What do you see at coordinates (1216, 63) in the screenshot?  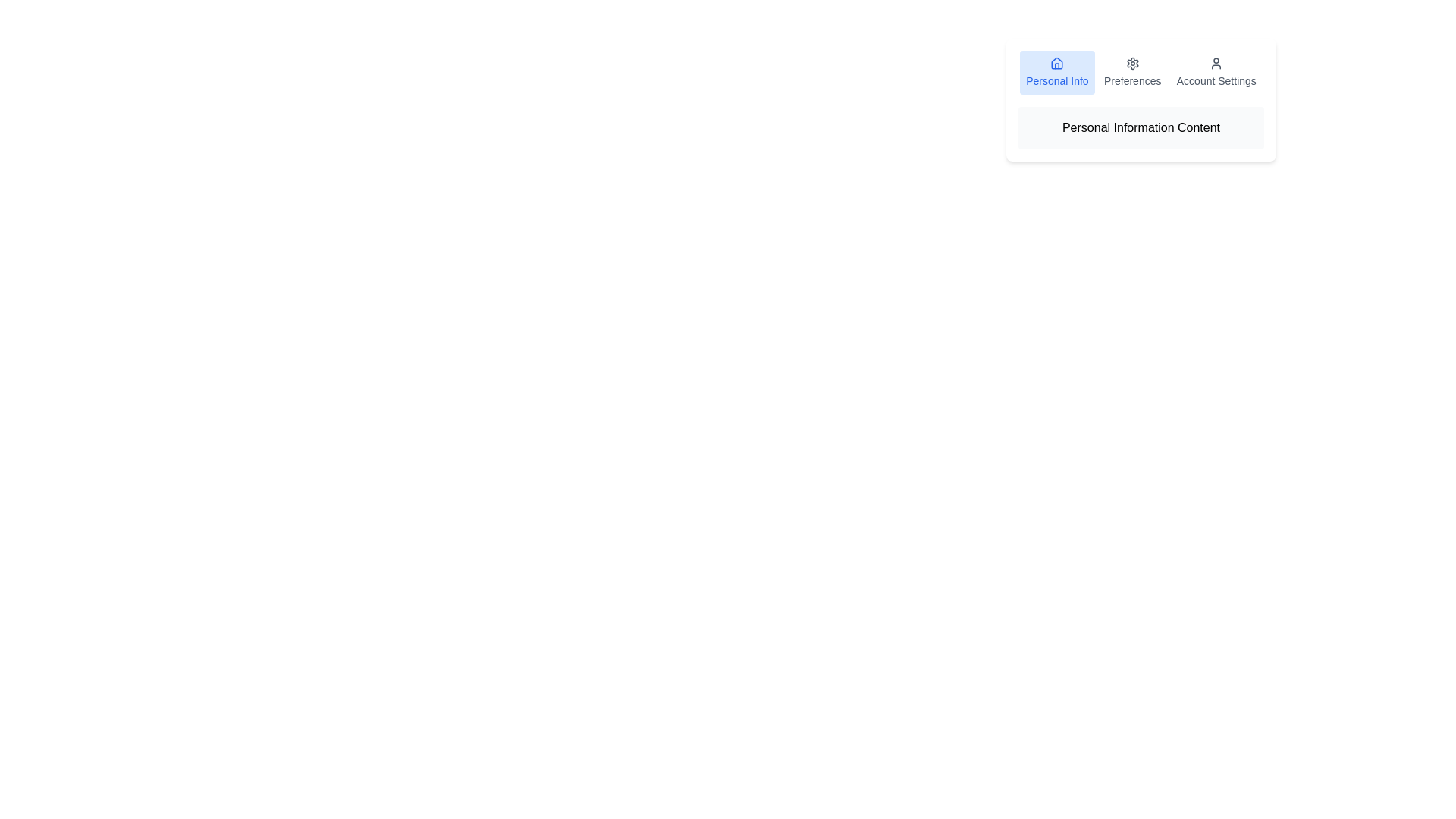 I see `the user profile icon, which is a circular icon with a head and shoulders silhouette, located within the 'Account Settings' button in the top-right corner of the interface` at bounding box center [1216, 63].